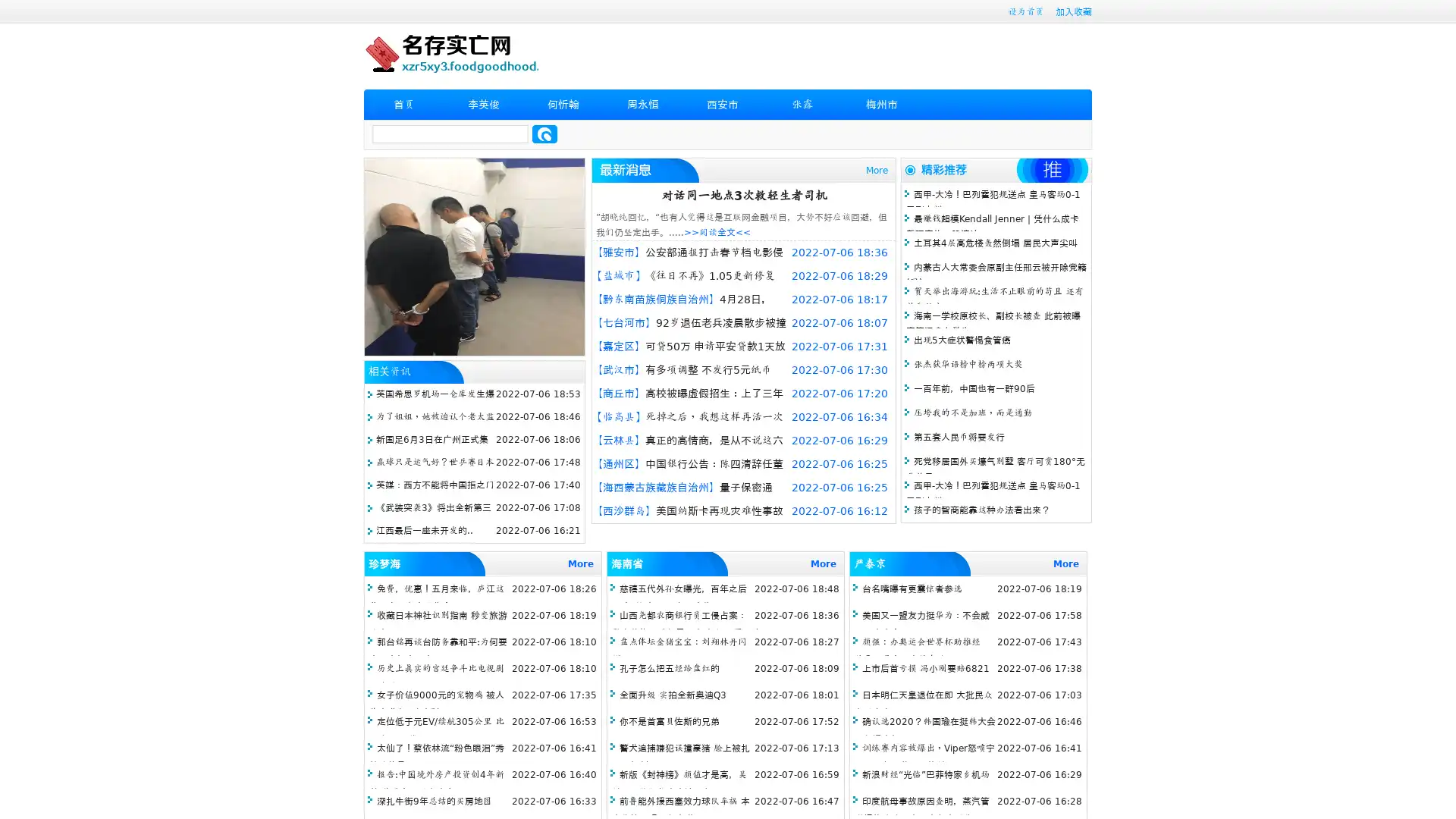 Image resolution: width=1456 pixels, height=819 pixels. What do you see at coordinates (544, 133) in the screenshot?
I see `Search` at bounding box center [544, 133].